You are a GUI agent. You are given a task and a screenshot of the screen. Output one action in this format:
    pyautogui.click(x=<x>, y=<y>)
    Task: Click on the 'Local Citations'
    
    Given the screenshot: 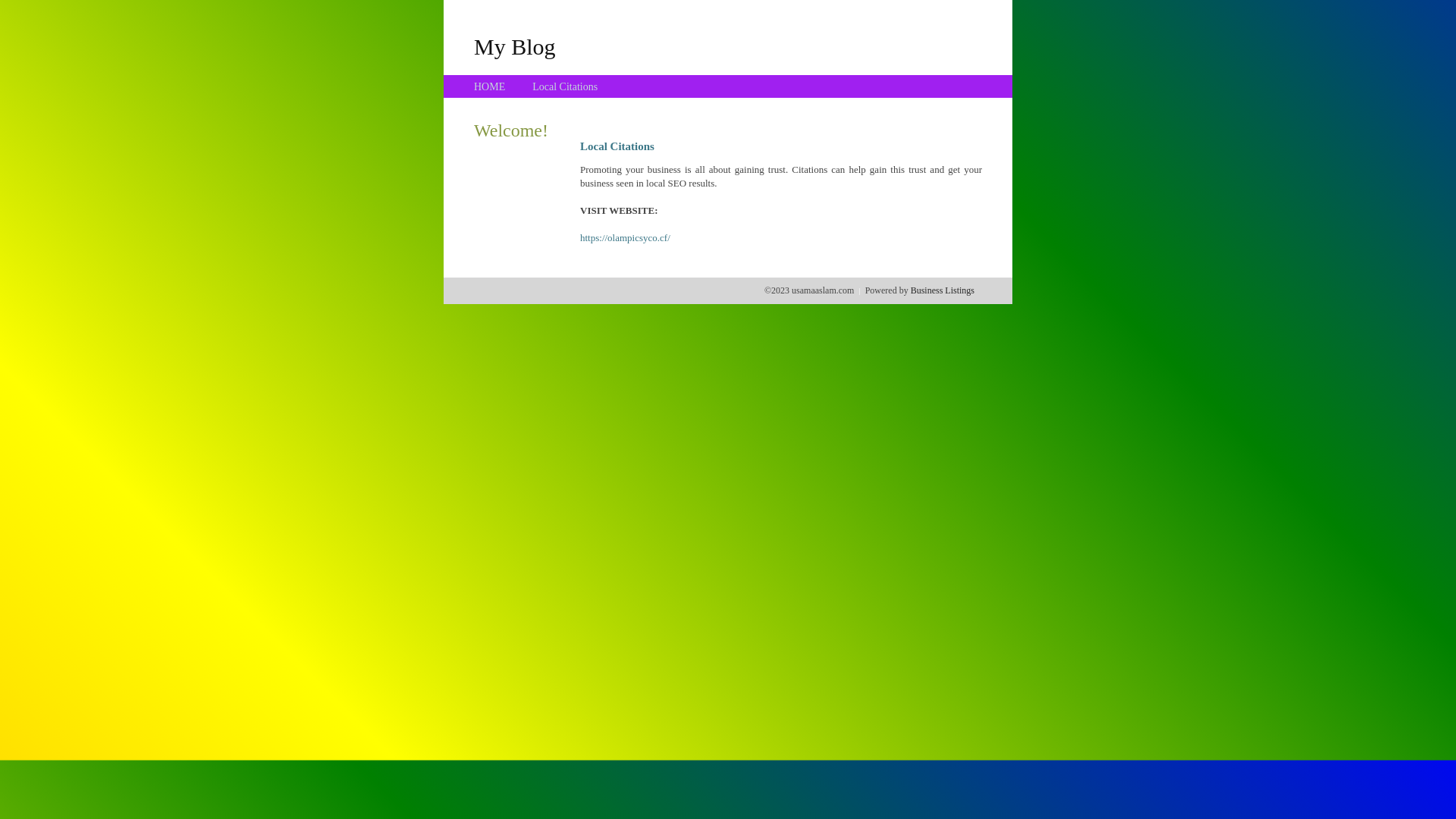 What is the action you would take?
    pyautogui.click(x=532, y=86)
    